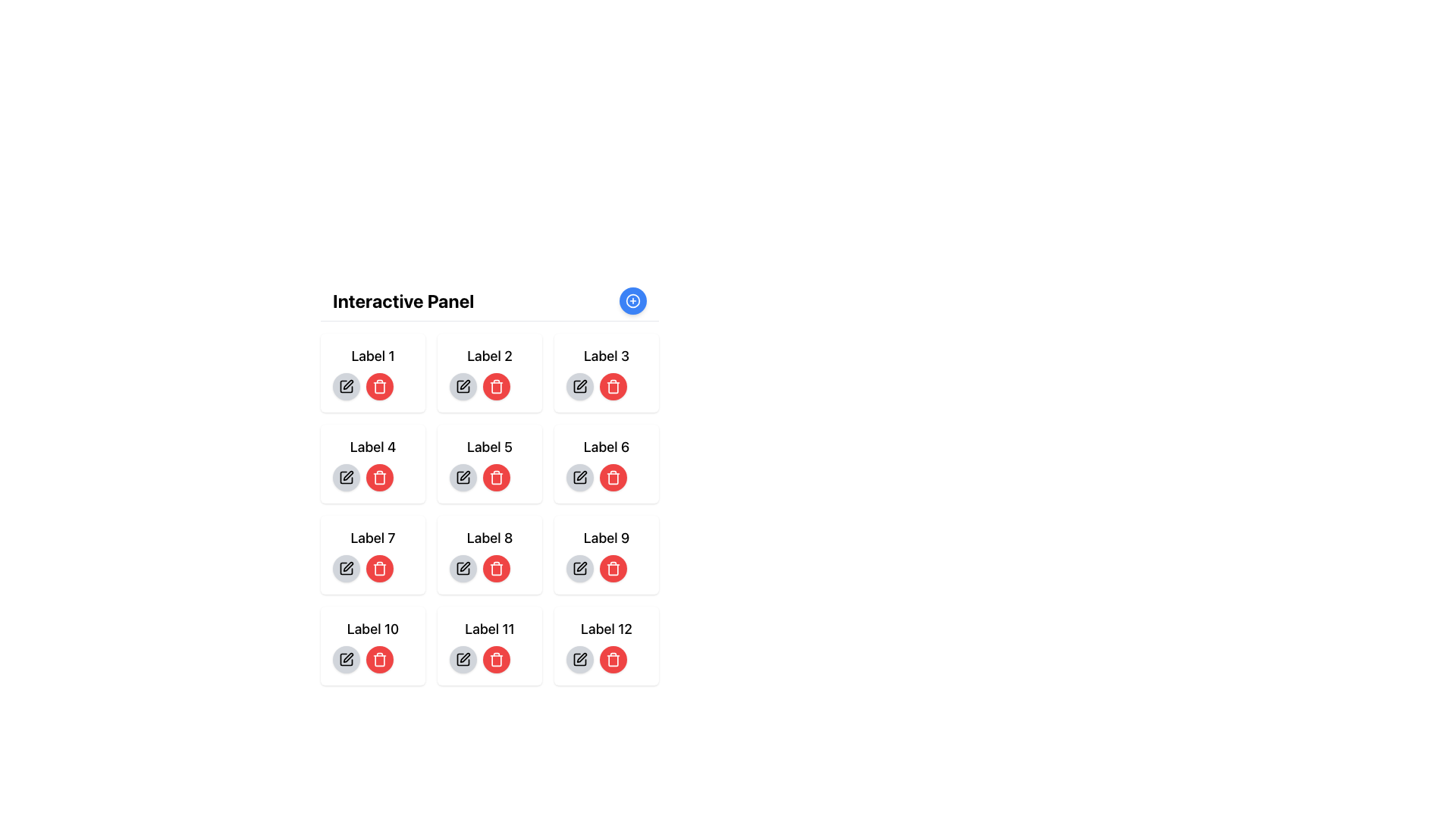 This screenshot has height=819, width=1456. I want to click on the trash bin icon with a red circular background associated with 'Label 8' to initiate a delete action, so click(379, 385).